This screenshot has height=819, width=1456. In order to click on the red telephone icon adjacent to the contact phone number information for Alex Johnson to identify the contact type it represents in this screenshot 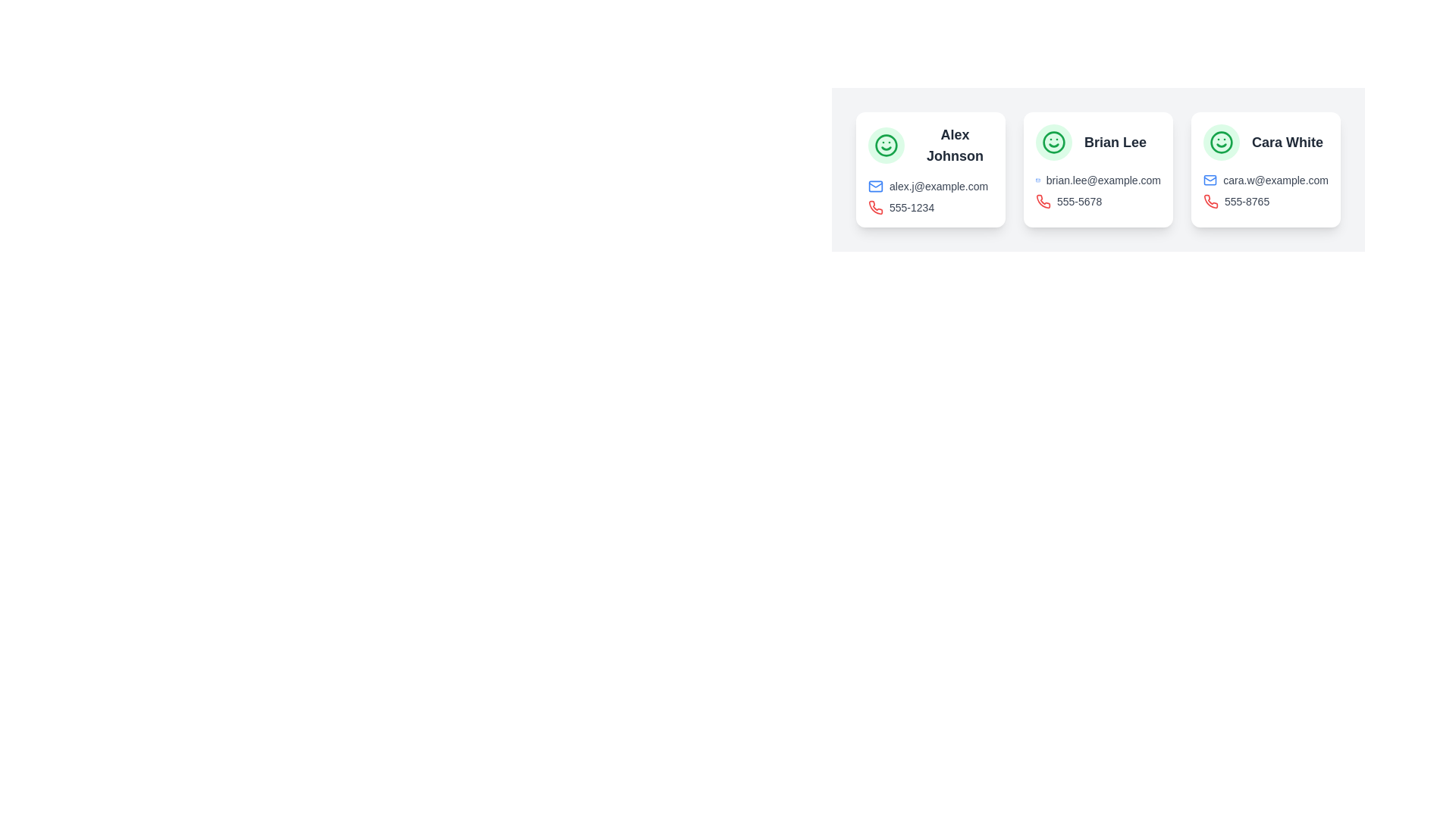, I will do `click(876, 207)`.